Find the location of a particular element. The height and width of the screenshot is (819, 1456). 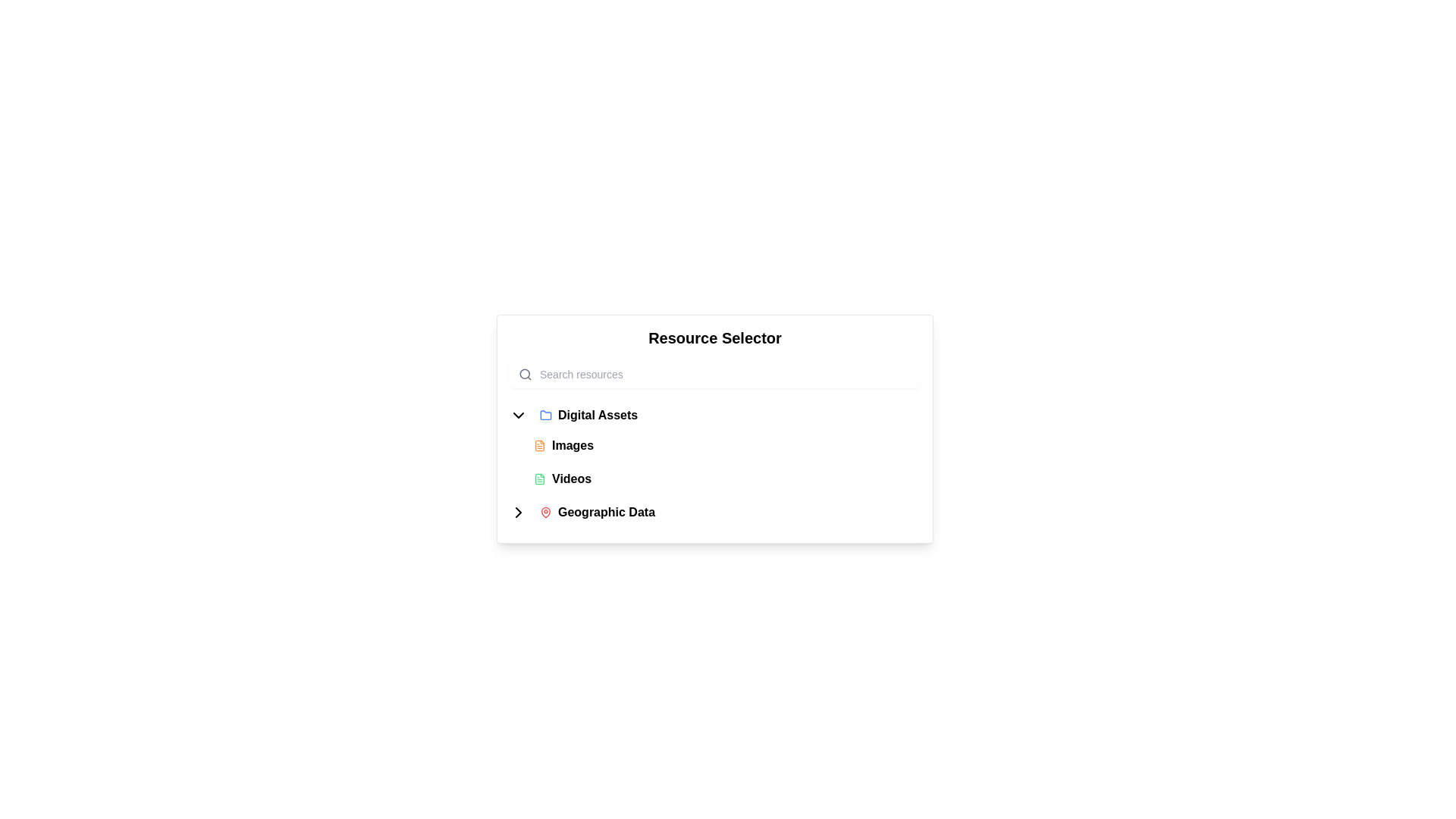

the navigational button with an icon located to the left of the 'Geographic Data' text to interact with it is located at coordinates (519, 512).